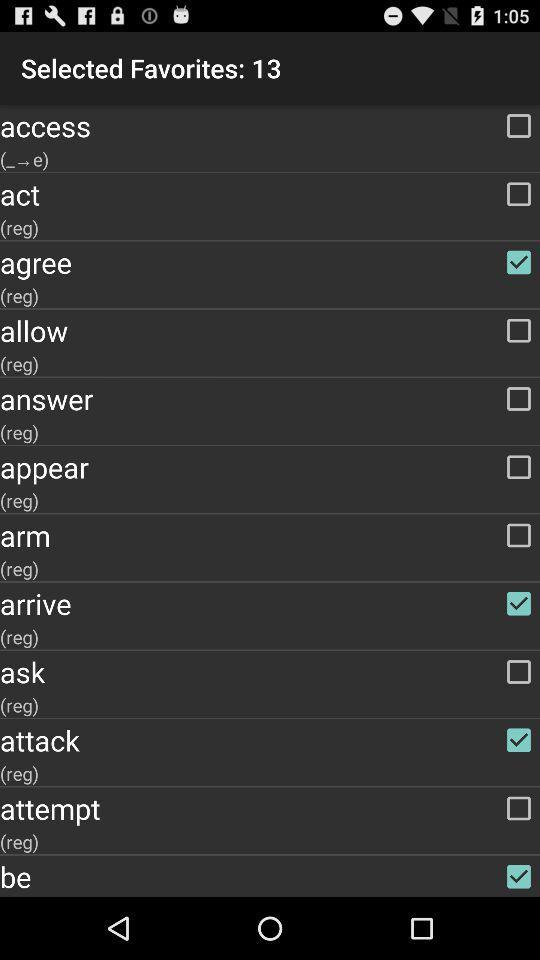 The width and height of the screenshot is (540, 960). Describe the element at coordinates (270, 194) in the screenshot. I see `the app above the (reg)  app` at that location.